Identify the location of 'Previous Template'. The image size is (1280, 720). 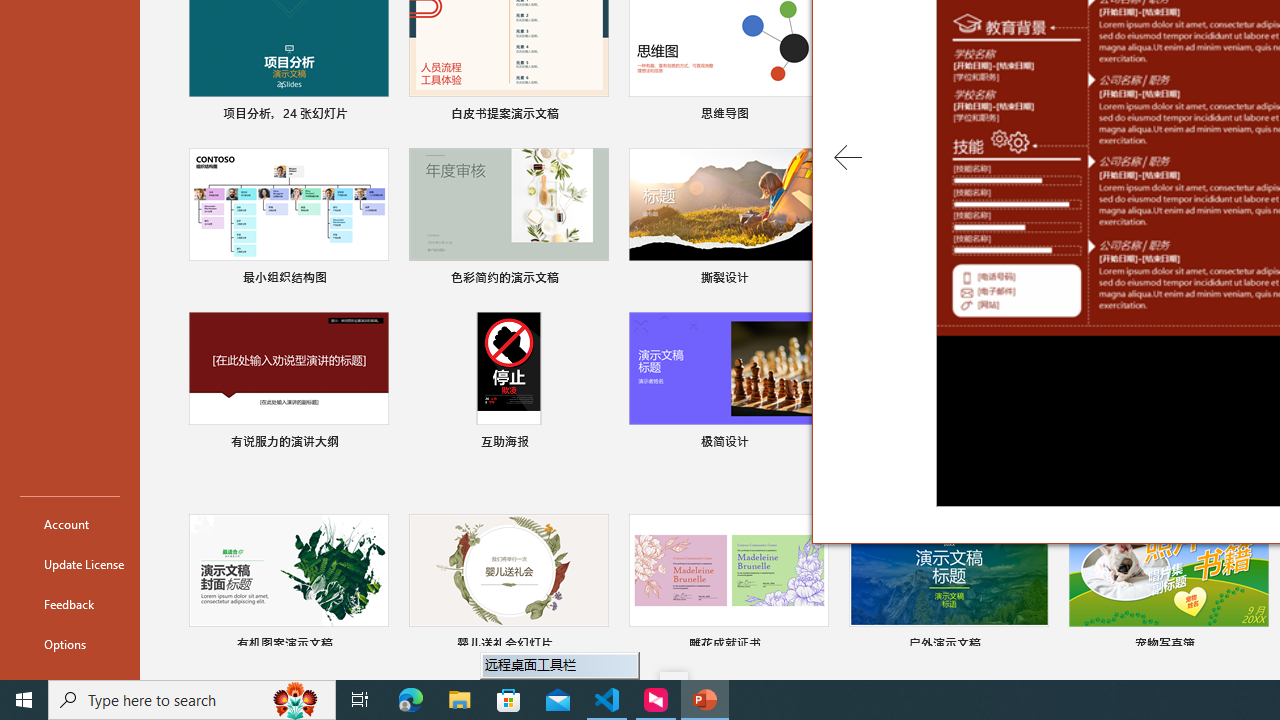
(848, 157).